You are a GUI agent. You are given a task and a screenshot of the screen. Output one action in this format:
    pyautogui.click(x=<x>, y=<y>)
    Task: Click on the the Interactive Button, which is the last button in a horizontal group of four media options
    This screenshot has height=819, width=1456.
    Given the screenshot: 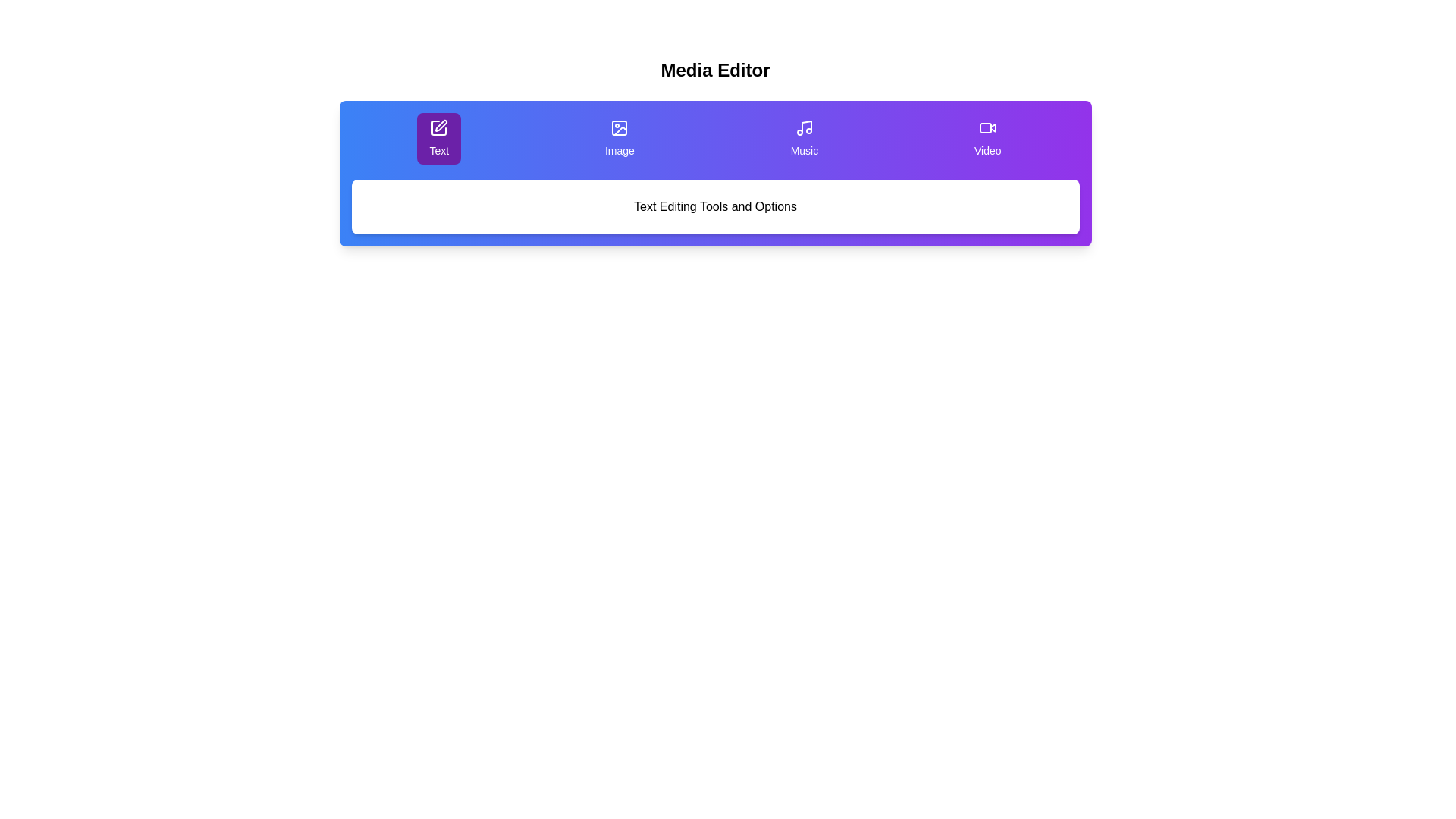 What is the action you would take?
    pyautogui.click(x=987, y=138)
    